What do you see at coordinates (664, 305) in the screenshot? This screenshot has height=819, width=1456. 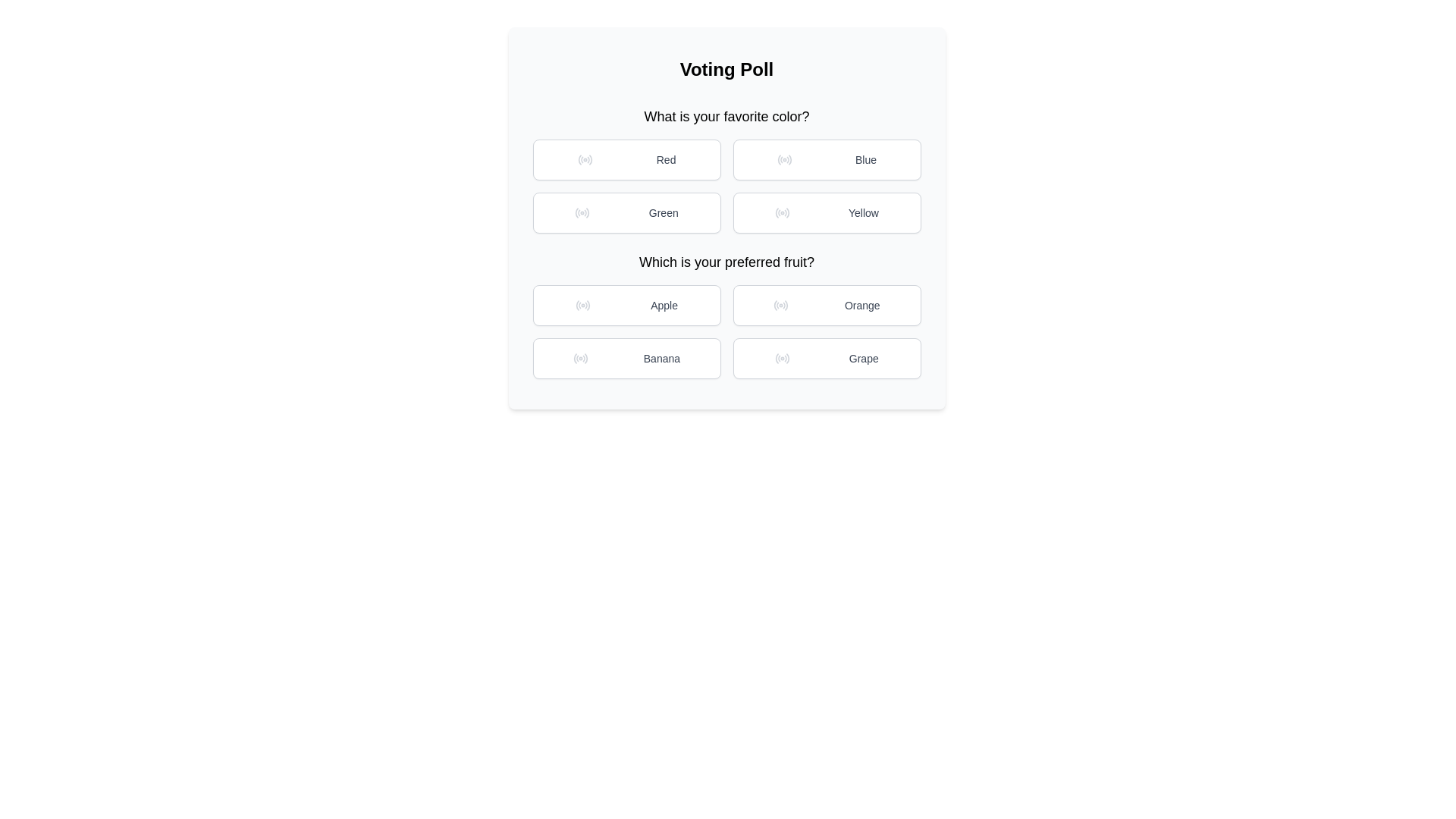 I see `the interactive button labeled 'Apple' which is the first option under 'Which is your preferred fruit?'` at bounding box center [664, 305].